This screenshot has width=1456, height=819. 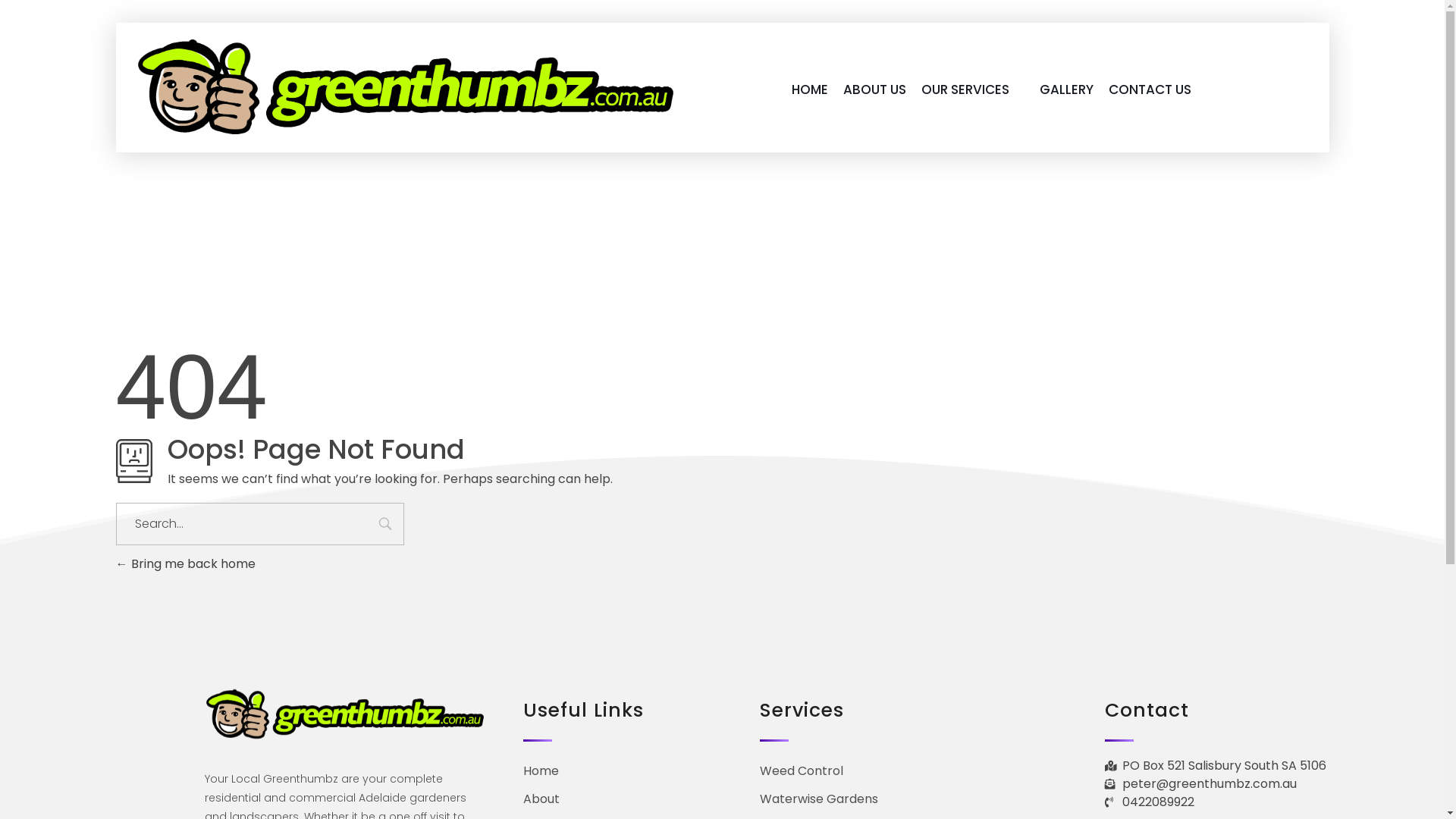 What do you see at coordinates (809, 89) in the screenshot?
I see `'HOME'` at bounding box center [809, 89].